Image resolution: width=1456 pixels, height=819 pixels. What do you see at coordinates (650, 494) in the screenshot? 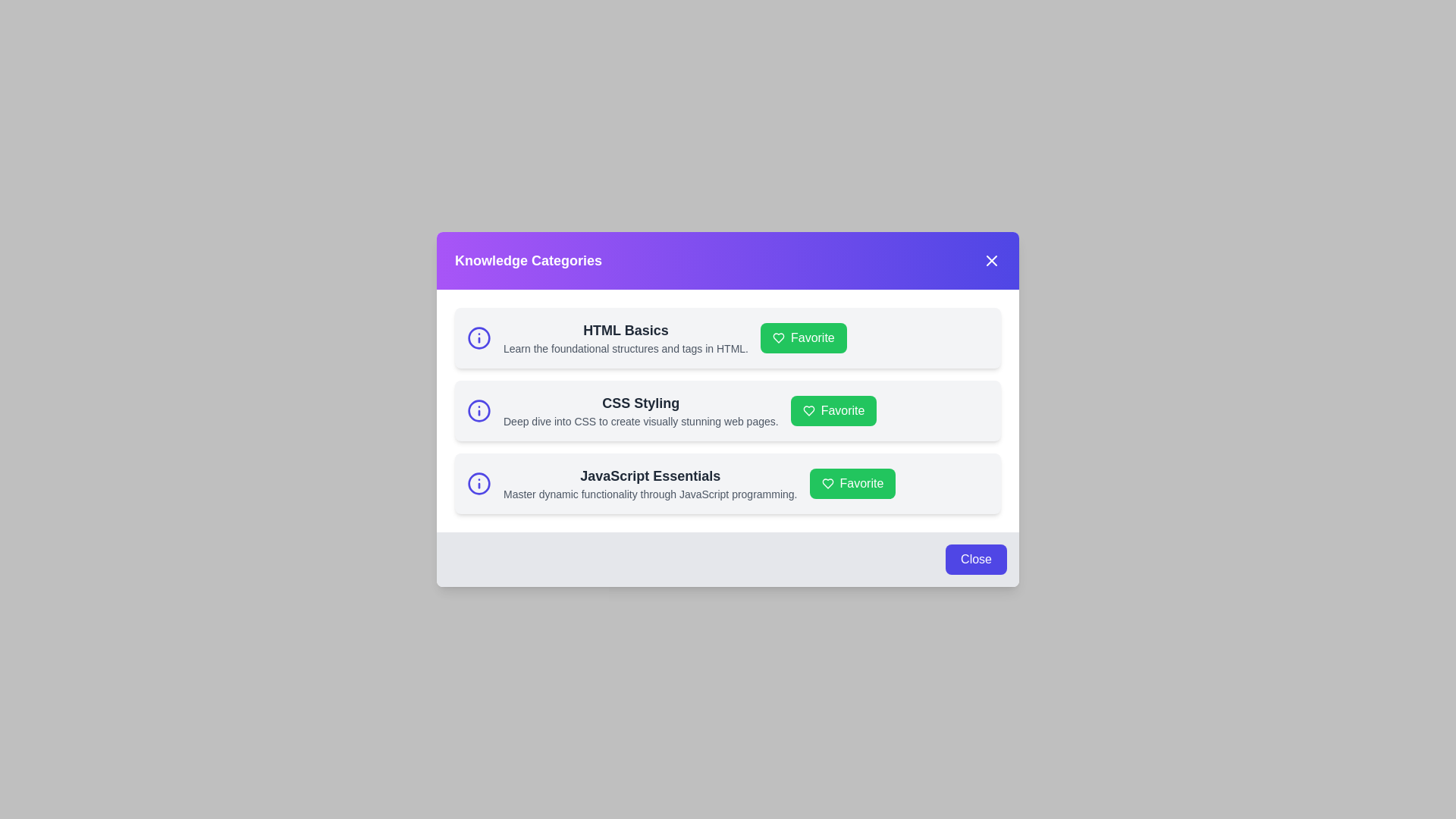
I see `static text element that displays 'Master dynamic functionality through JavaScript programming.' located below the title 'JavaScript Essentials' in the 'Knowledge Categories' modal dialog box` at bounding box center [650, 494].